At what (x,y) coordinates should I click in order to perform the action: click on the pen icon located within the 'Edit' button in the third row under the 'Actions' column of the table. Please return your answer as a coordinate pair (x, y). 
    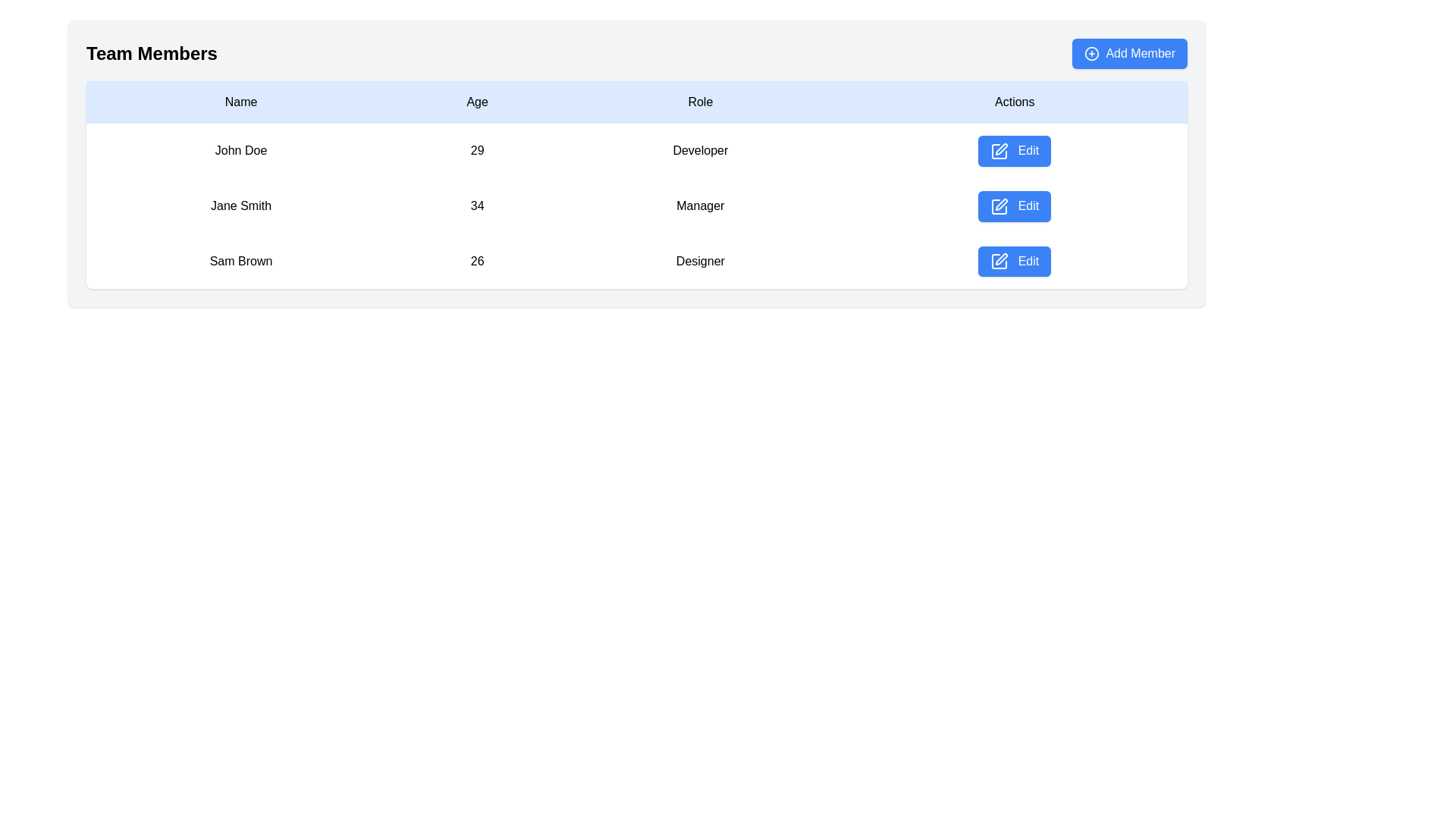
    Looking at the image, I should click on (999, 261).